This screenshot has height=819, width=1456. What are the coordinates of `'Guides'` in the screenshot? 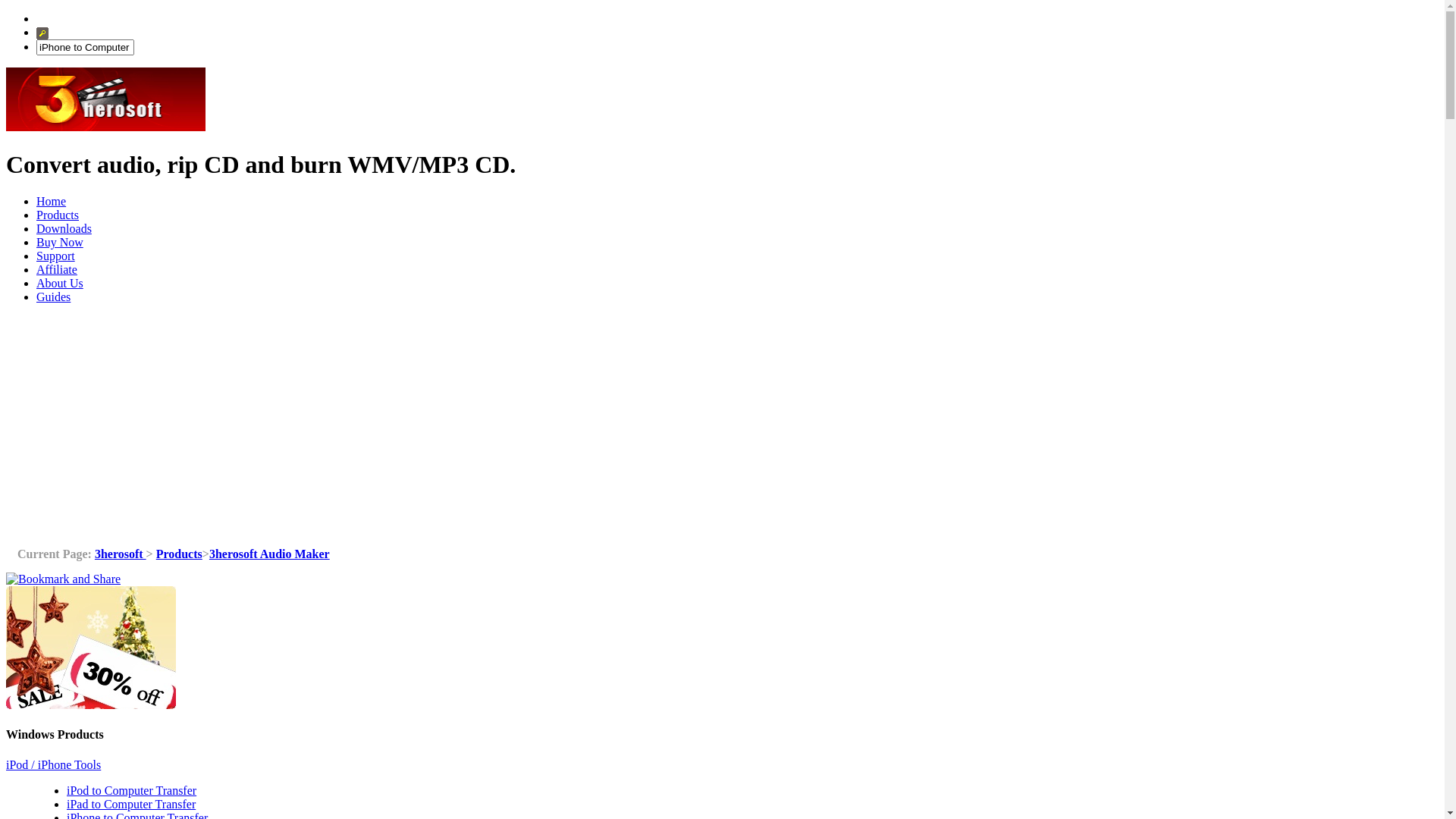 It's located at (53, 297).